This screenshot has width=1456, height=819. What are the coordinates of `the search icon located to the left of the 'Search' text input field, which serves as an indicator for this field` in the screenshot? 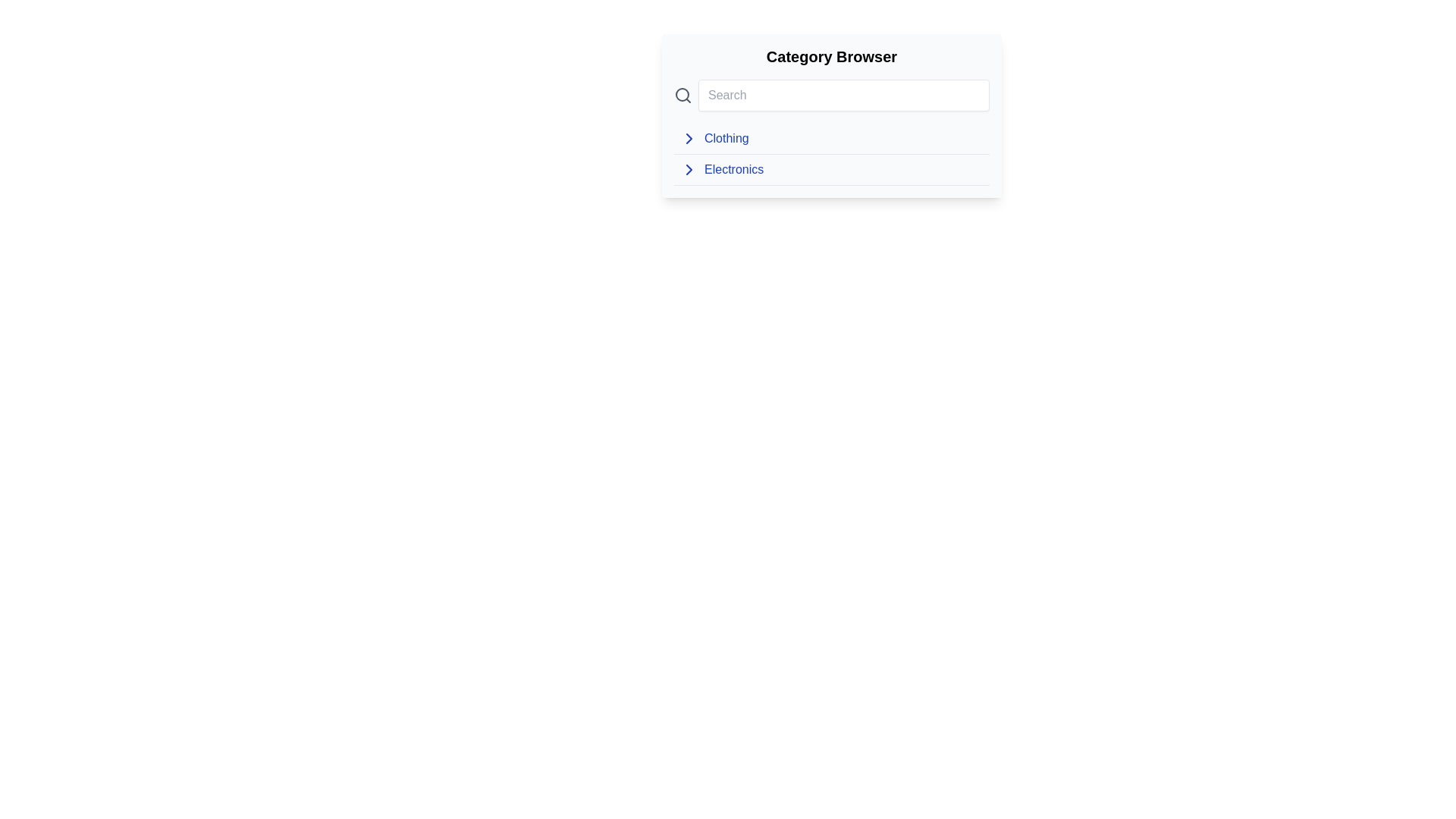 It's located at (682, 96).